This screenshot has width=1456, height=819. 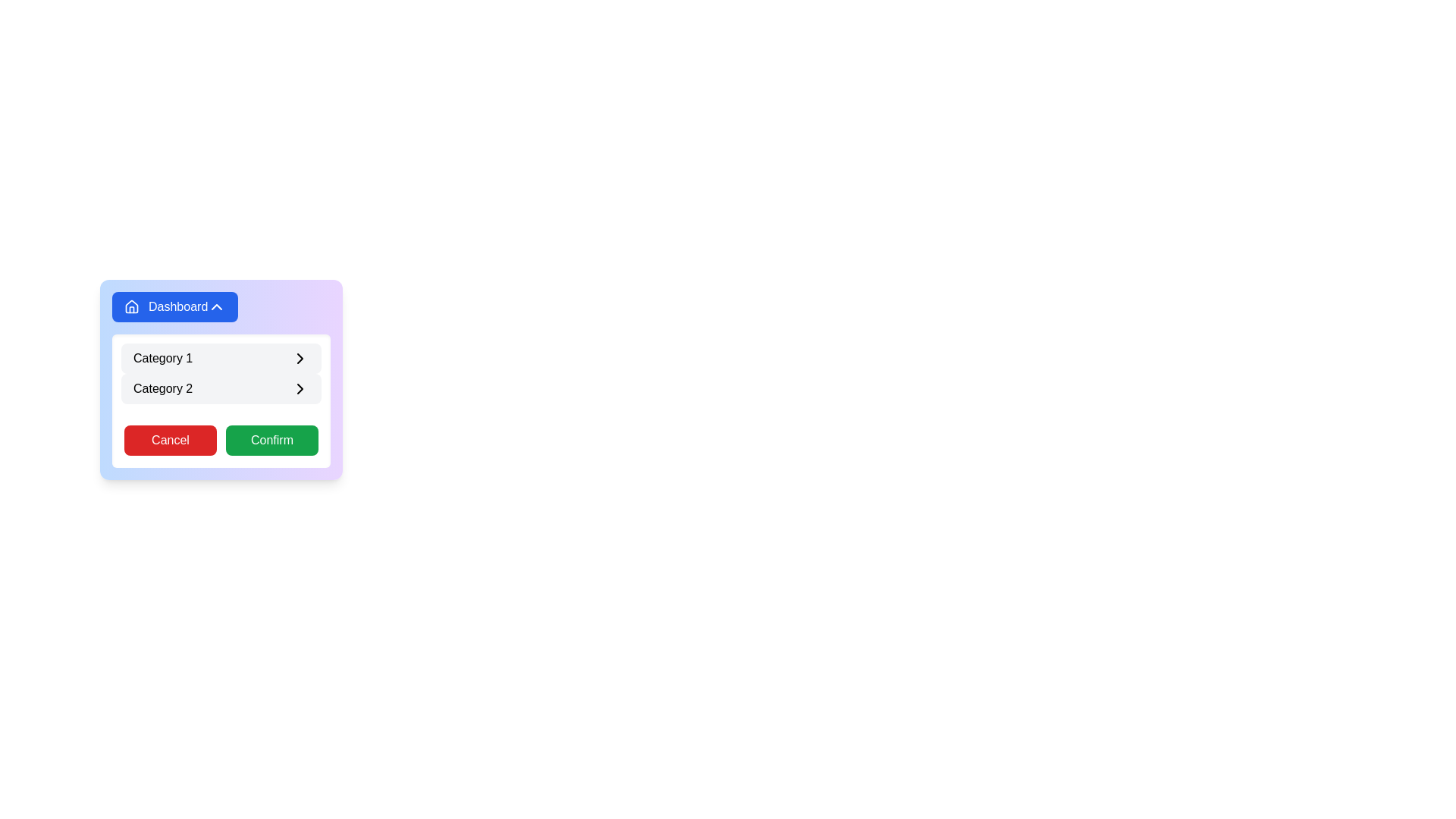 I want to click on the small, minimalist house icon with a line-drawn style and blue background, located at the top-left corner of the card containing the 'Dashboard' label, so click(x=131, y=307).